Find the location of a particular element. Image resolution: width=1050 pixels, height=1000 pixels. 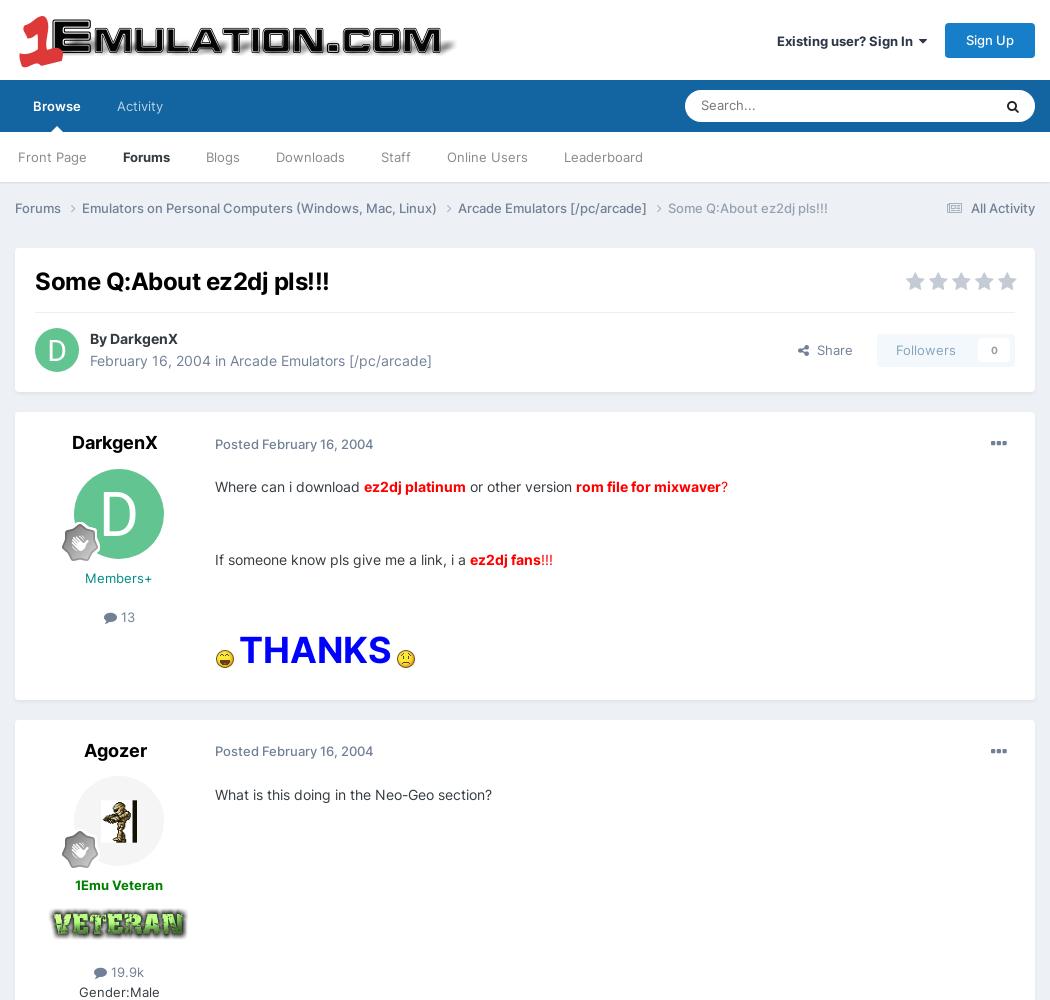

'Agozer' is located at coordinates (113, 748).